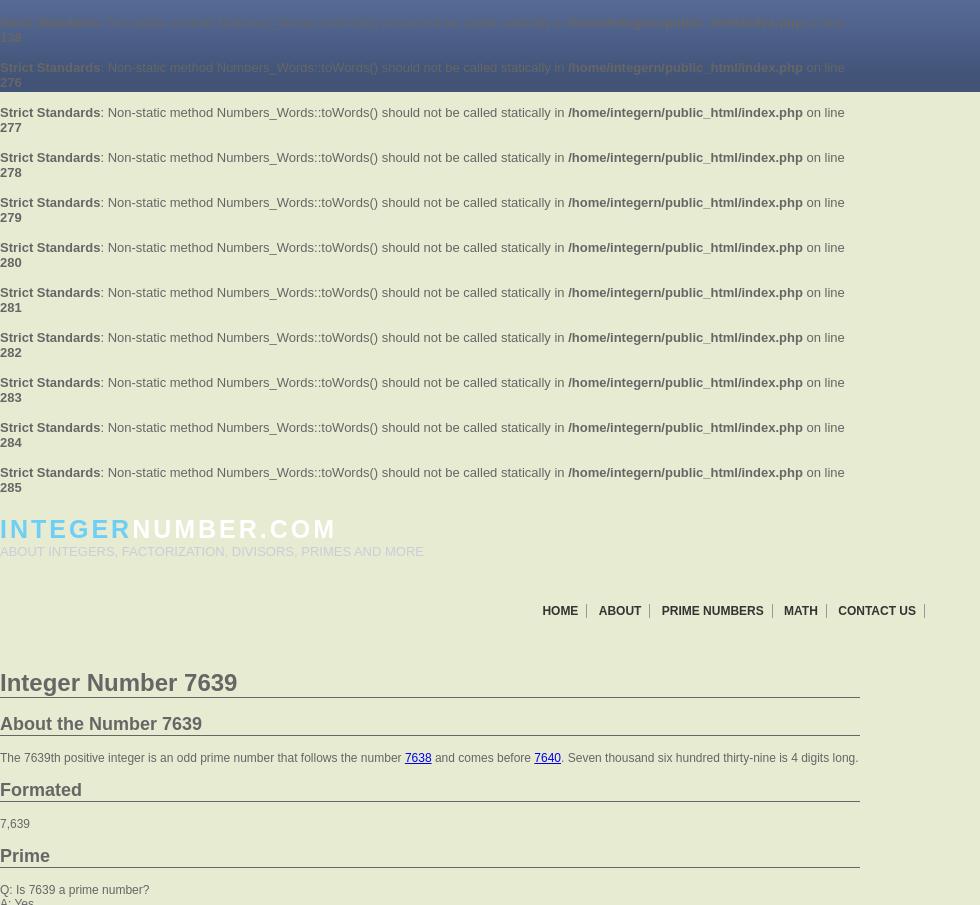  I want to click on '7638', so click(417, 758).